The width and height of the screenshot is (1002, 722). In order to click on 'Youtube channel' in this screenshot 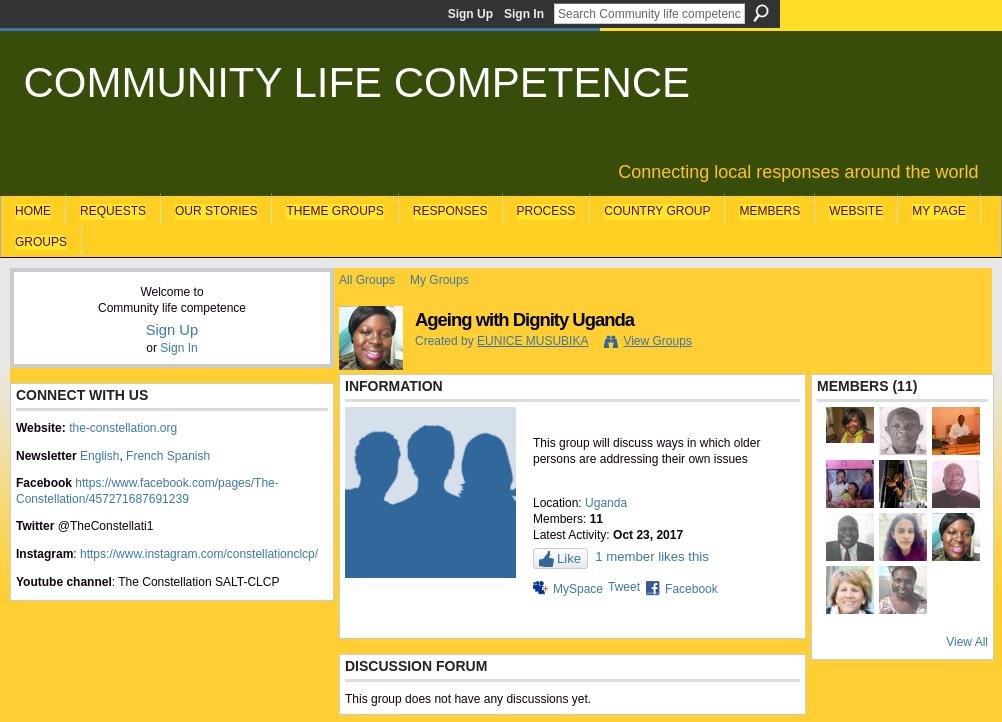, I will do `click(16, 579)`.